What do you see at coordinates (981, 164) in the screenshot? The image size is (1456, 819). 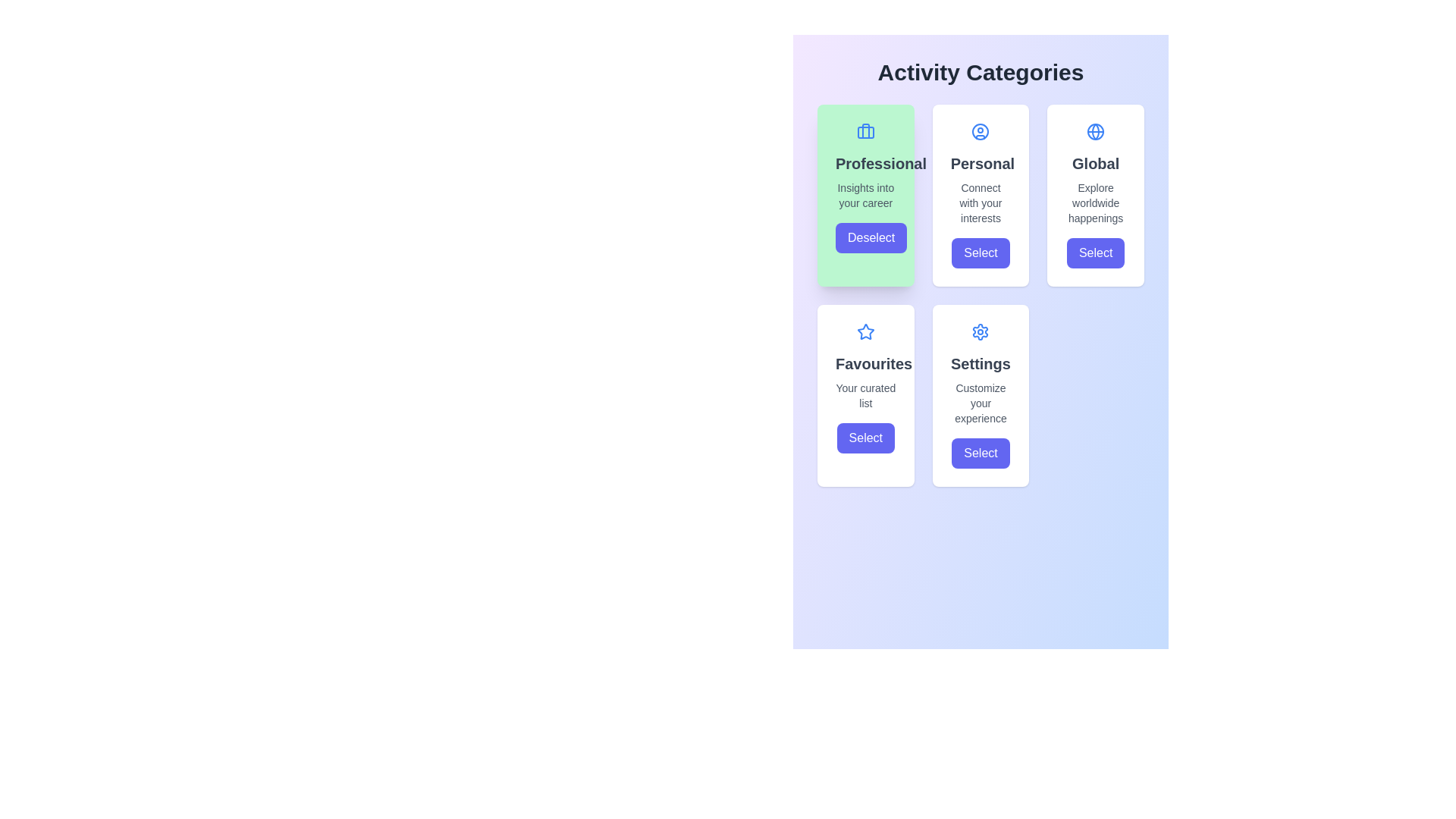 I see `the static text element that serves as the title for the 'Personal' activity options, located in the second column of the first row of the activity categories grid` at bounding box center [981, 164].